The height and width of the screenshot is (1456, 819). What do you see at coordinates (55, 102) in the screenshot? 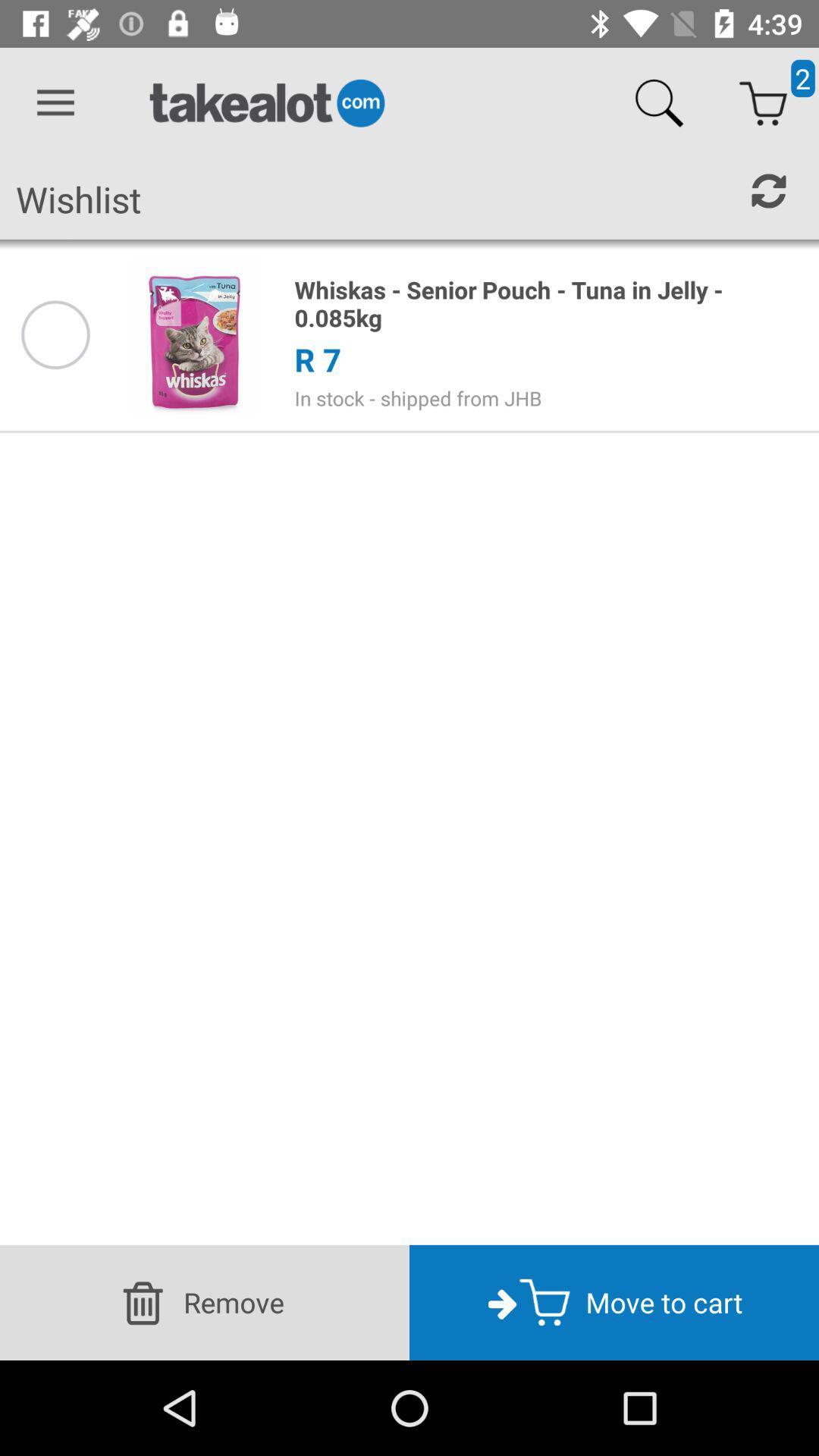
I see `icon above the wishlist icon` at bounding box center [55, 102].